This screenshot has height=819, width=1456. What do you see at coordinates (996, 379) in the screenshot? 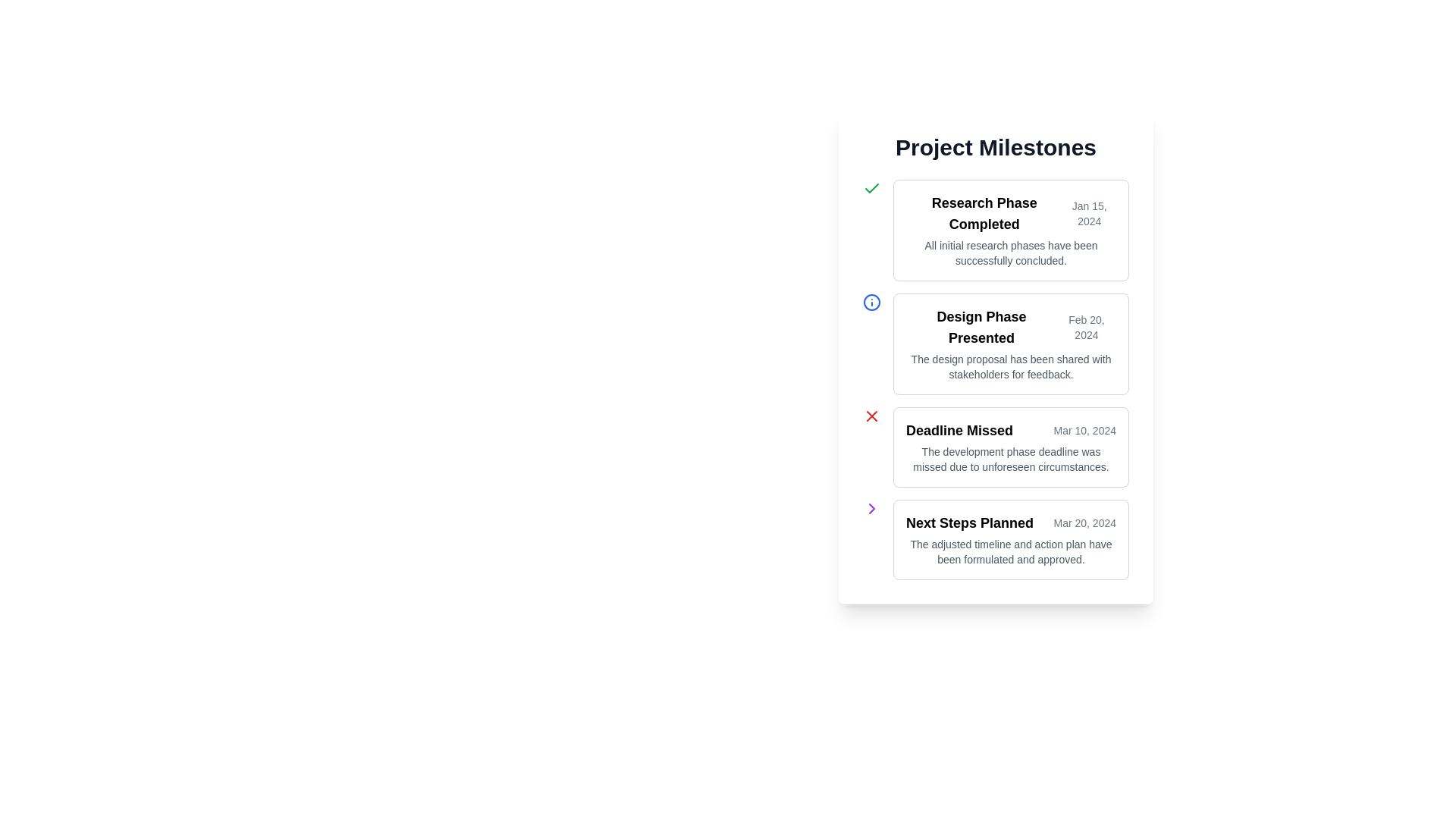
I see `the second item in the vertically aligned list of project milestones to interact with it` at bounding box center [996, 379].